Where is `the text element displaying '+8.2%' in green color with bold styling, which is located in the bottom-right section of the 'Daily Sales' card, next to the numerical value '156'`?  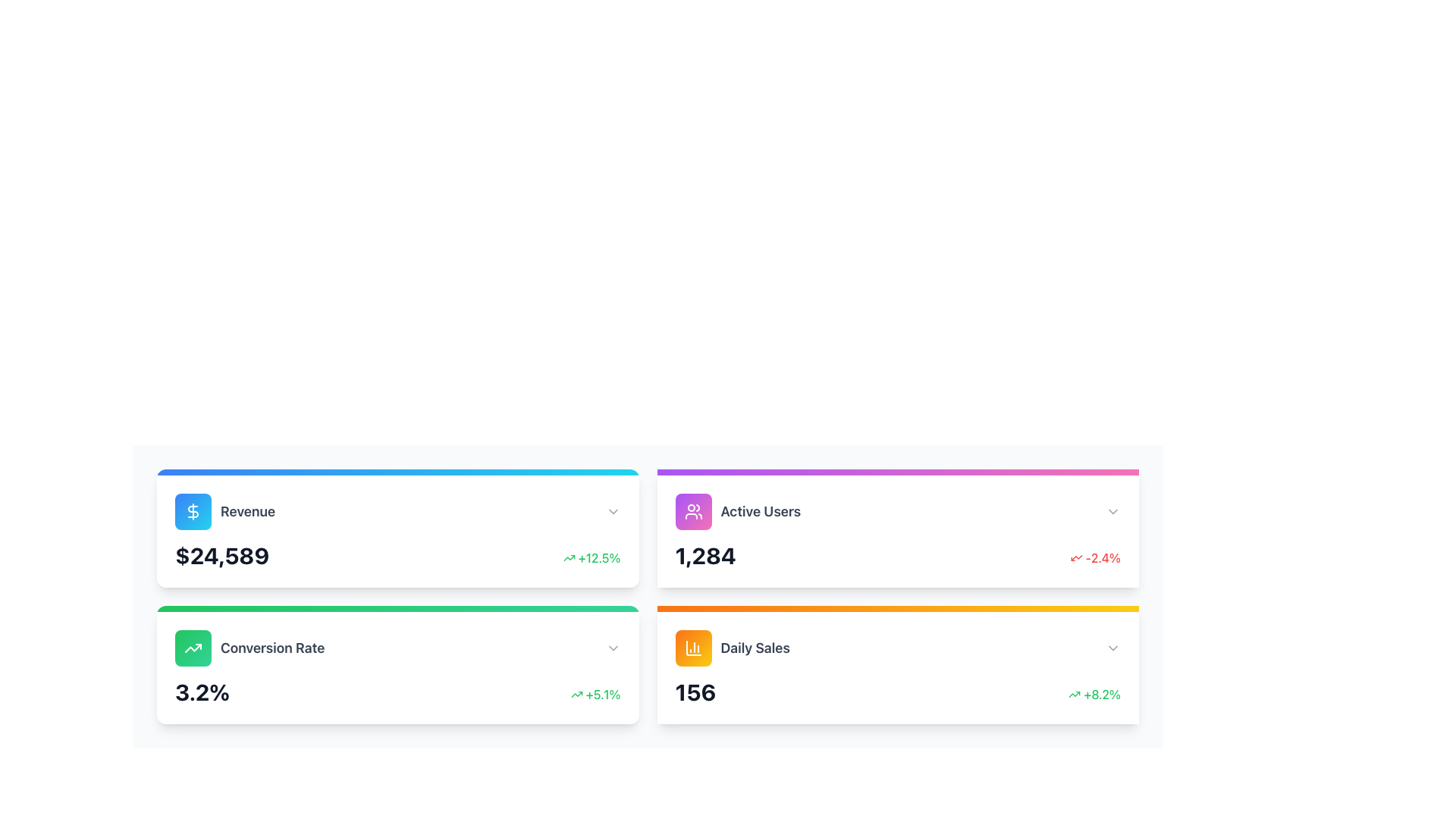 the text element displaying '+8.2%' in green color with bold styling, which is located in the bottom-right section of the 'Daily Sales' card, next to the numerical value '156' is located at coordinates (1094, 694).